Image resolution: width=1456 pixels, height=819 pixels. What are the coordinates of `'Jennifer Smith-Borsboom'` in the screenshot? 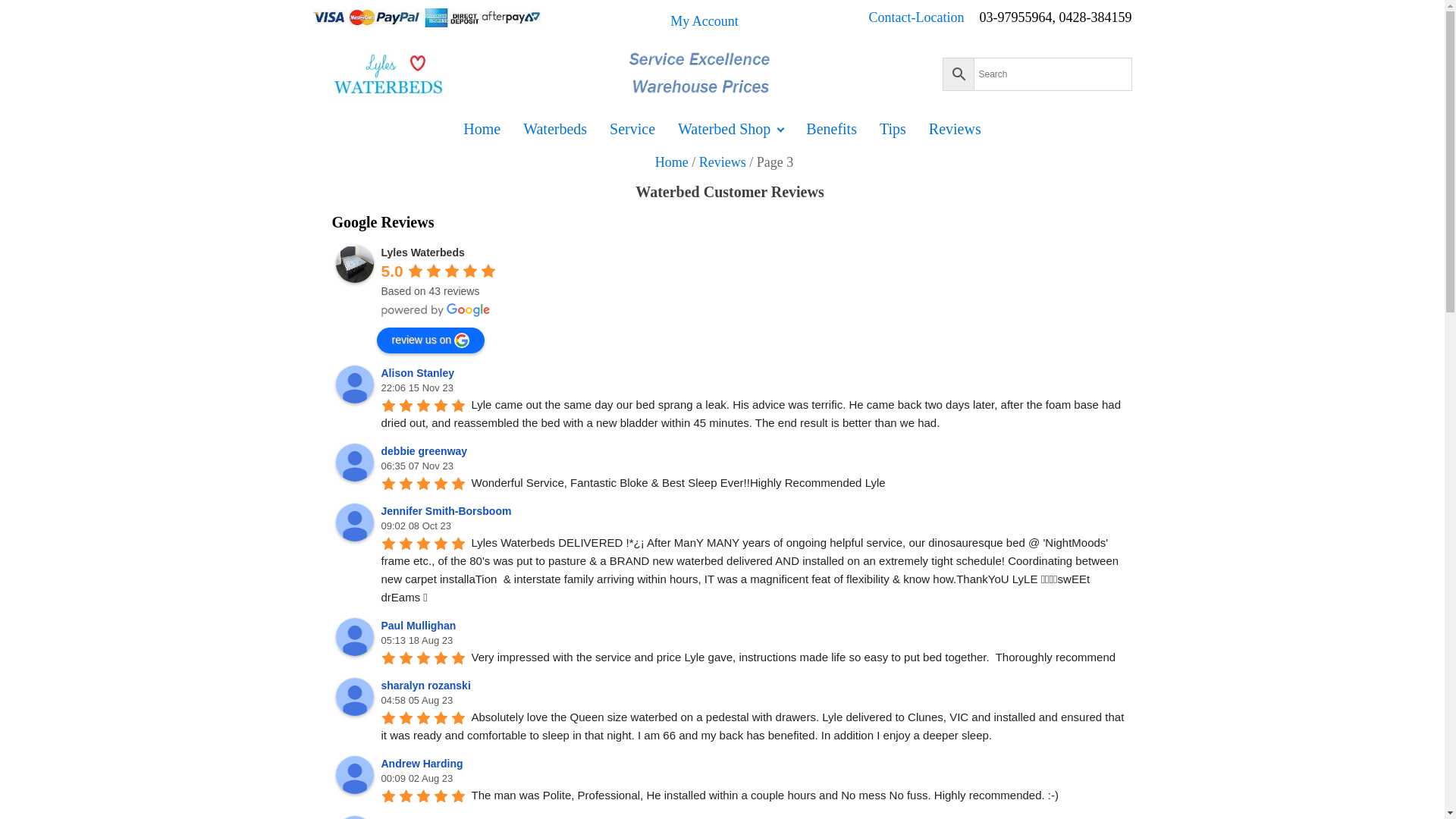 It's located at (334, 522).